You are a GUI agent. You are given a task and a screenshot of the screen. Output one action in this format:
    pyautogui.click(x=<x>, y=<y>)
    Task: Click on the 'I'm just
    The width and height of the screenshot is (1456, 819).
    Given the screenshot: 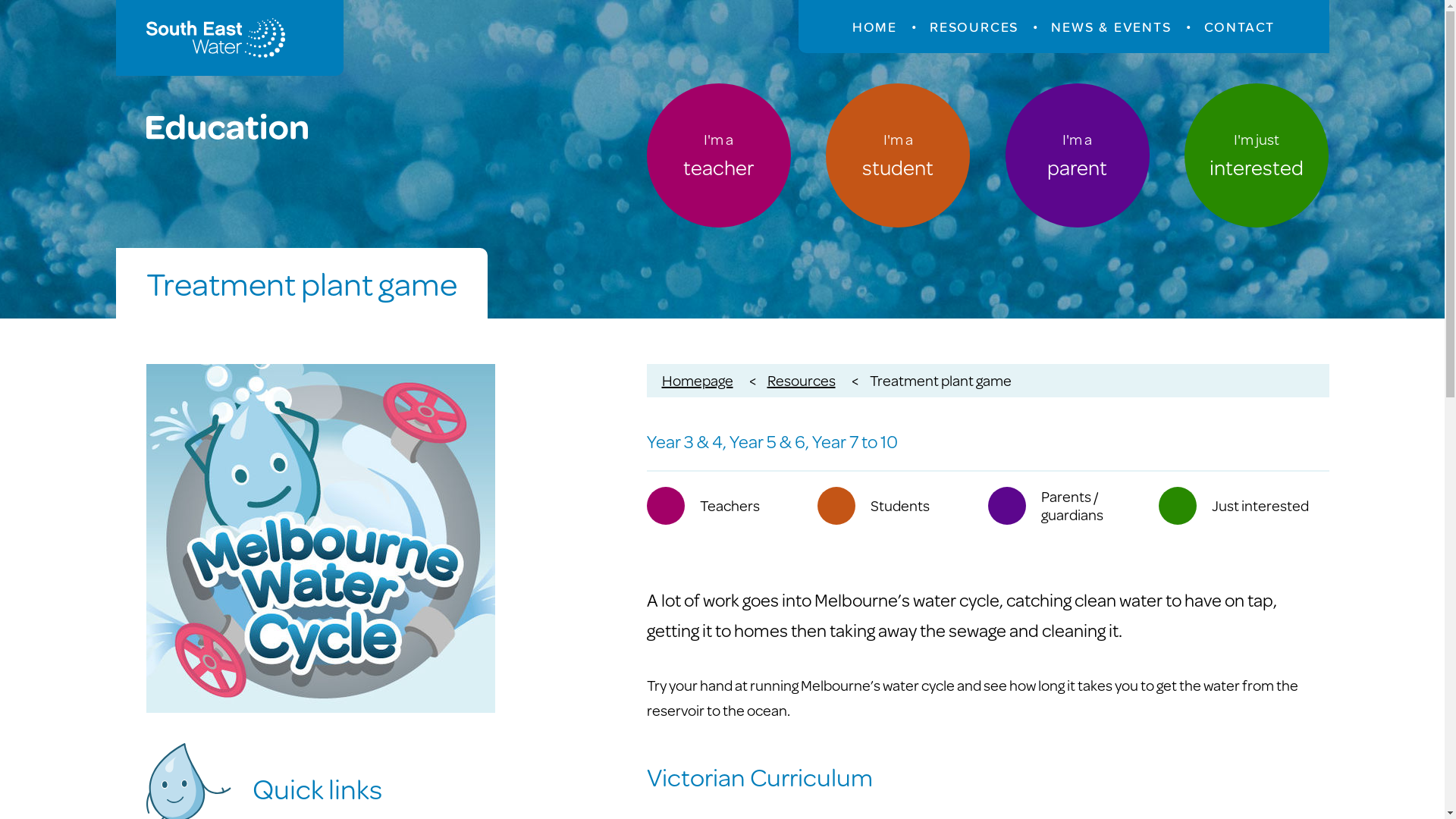 What is the action you would take?
    pyautogui.click(x=1256, y=155)
    